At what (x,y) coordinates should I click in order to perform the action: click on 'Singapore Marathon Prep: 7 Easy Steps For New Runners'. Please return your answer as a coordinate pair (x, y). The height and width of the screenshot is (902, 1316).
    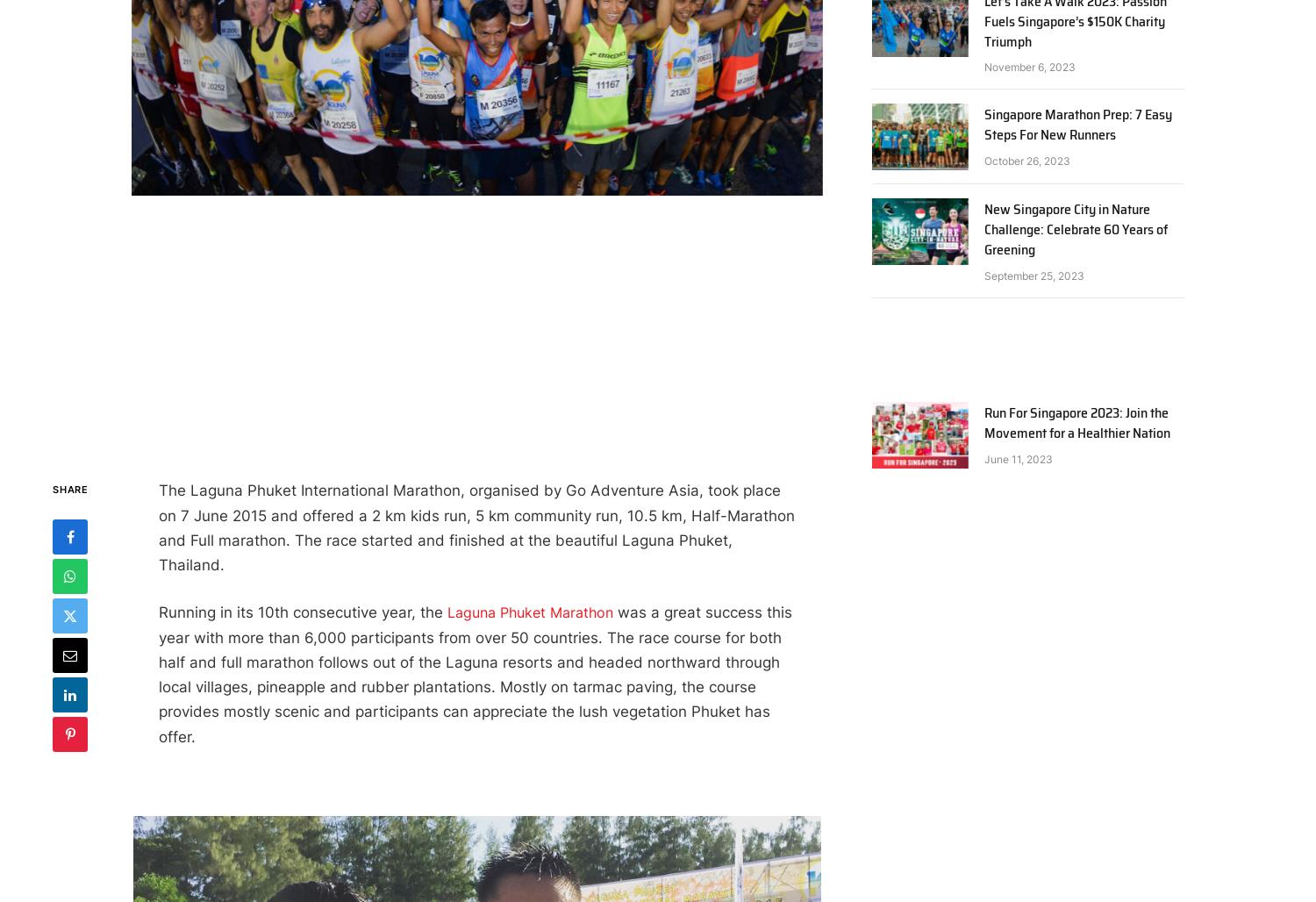
    Looking at the image, I should click on (1076, 124).